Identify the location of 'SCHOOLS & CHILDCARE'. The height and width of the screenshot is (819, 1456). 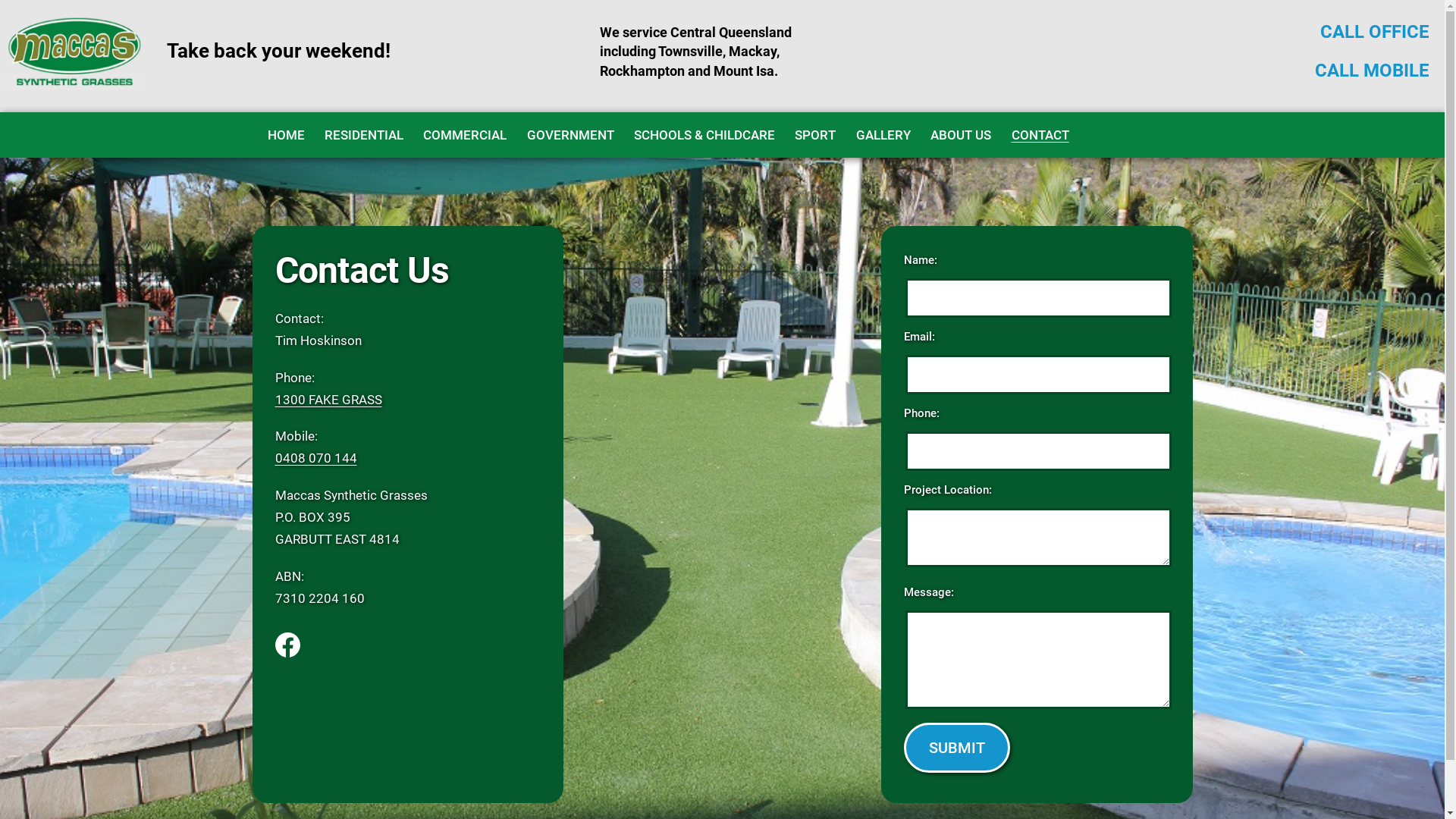
(704, 133).